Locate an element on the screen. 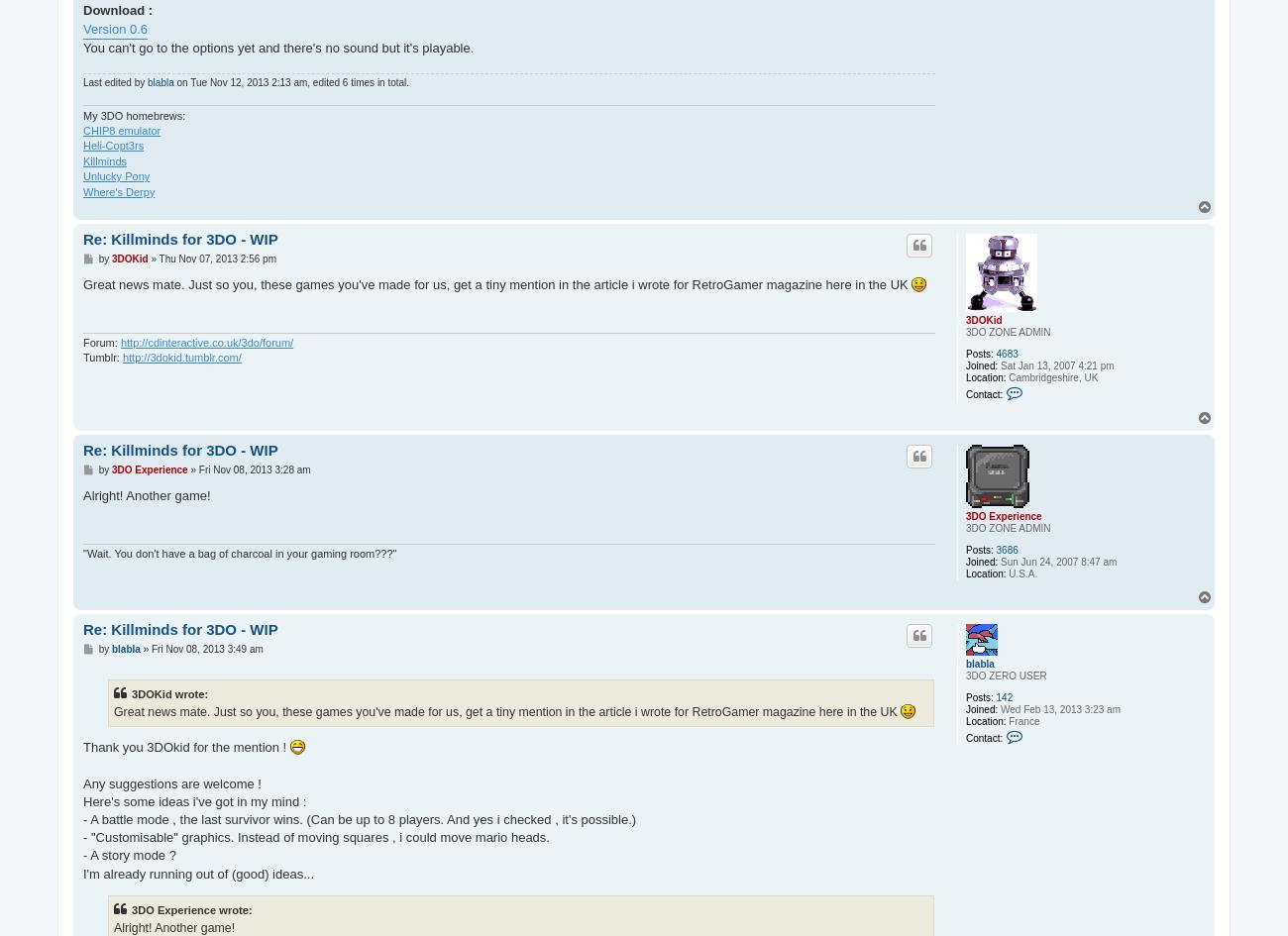  'Download :' is located at coordinates (82, 10).